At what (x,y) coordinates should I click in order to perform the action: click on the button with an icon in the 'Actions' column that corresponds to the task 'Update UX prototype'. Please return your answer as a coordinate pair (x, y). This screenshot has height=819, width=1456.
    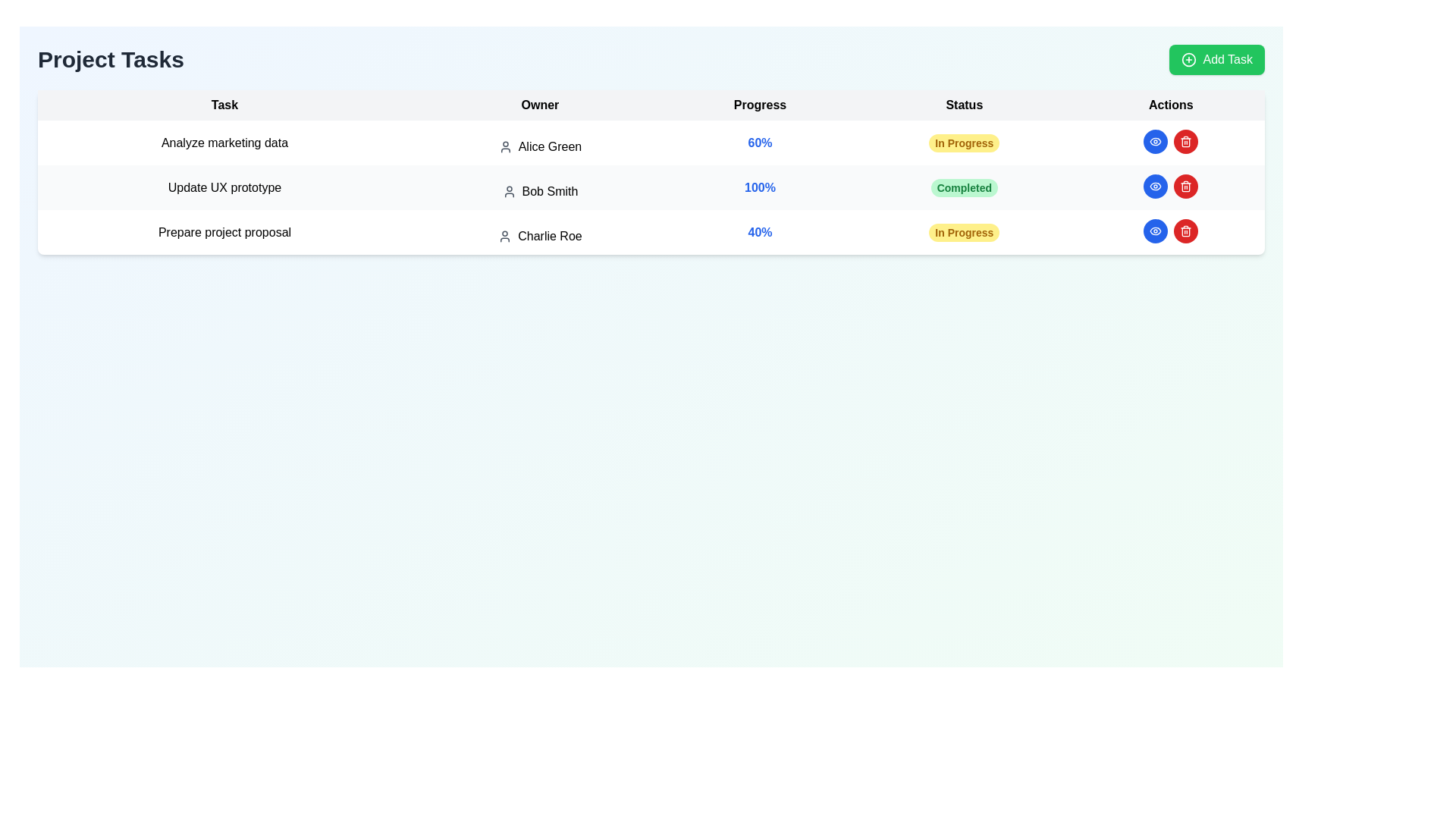
    Looking at the image, I should click on (1155, 231).